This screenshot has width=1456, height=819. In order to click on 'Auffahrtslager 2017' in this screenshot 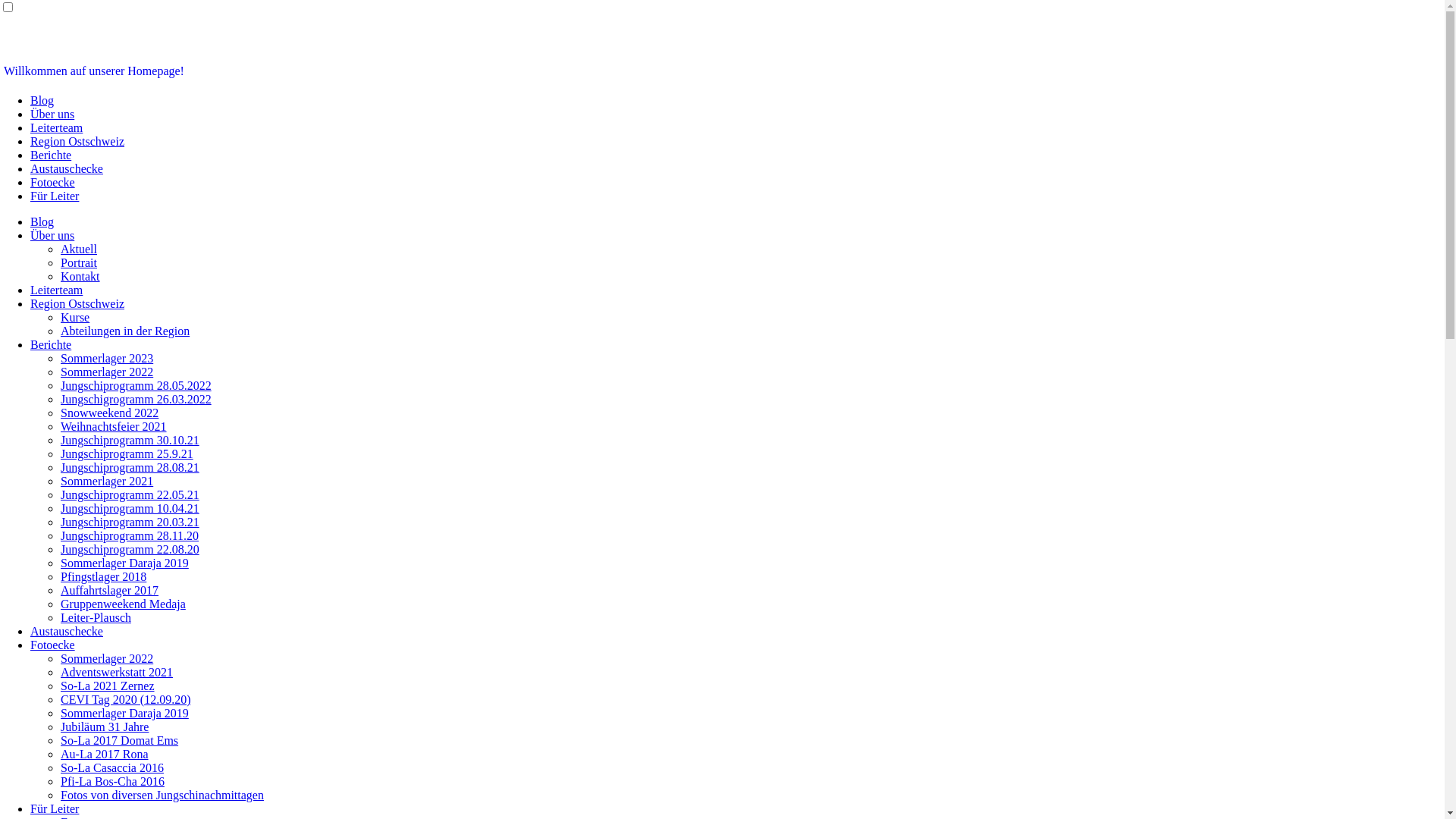, I will do `click(108, 589)`.